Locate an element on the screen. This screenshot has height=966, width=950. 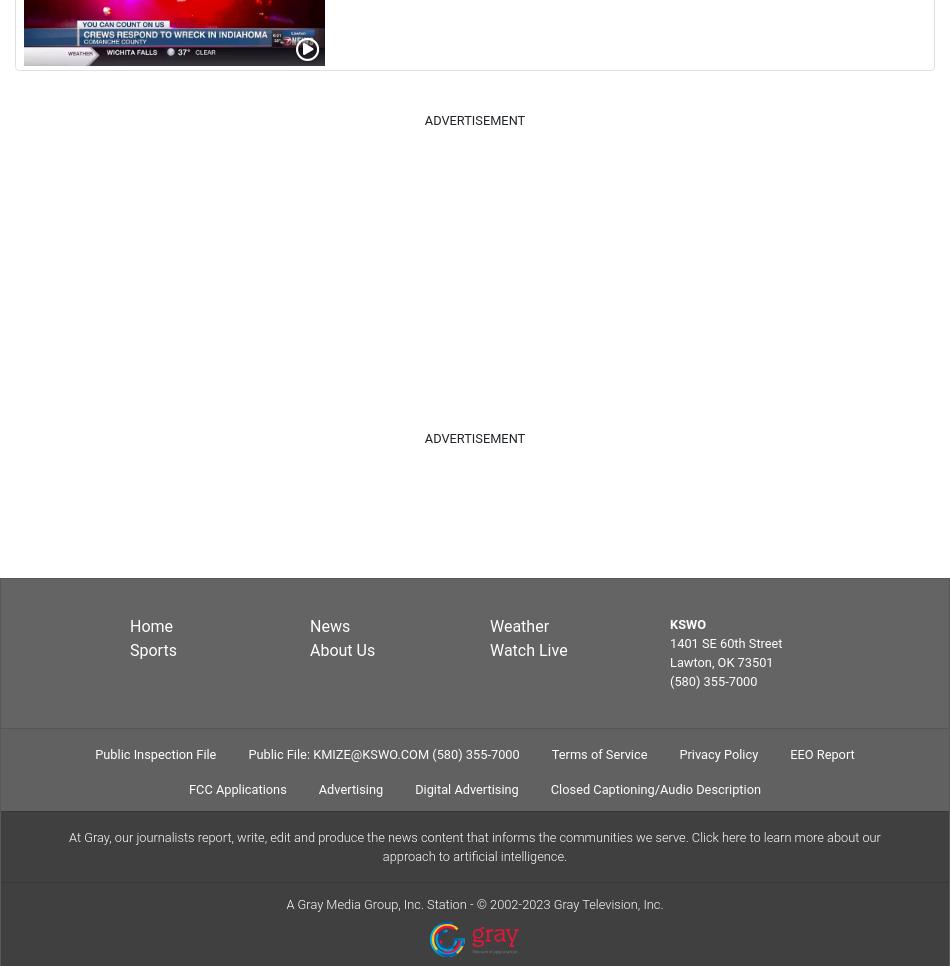
'2002-2023 Gray Television, Inc.' is located at coordinates (490, 903).